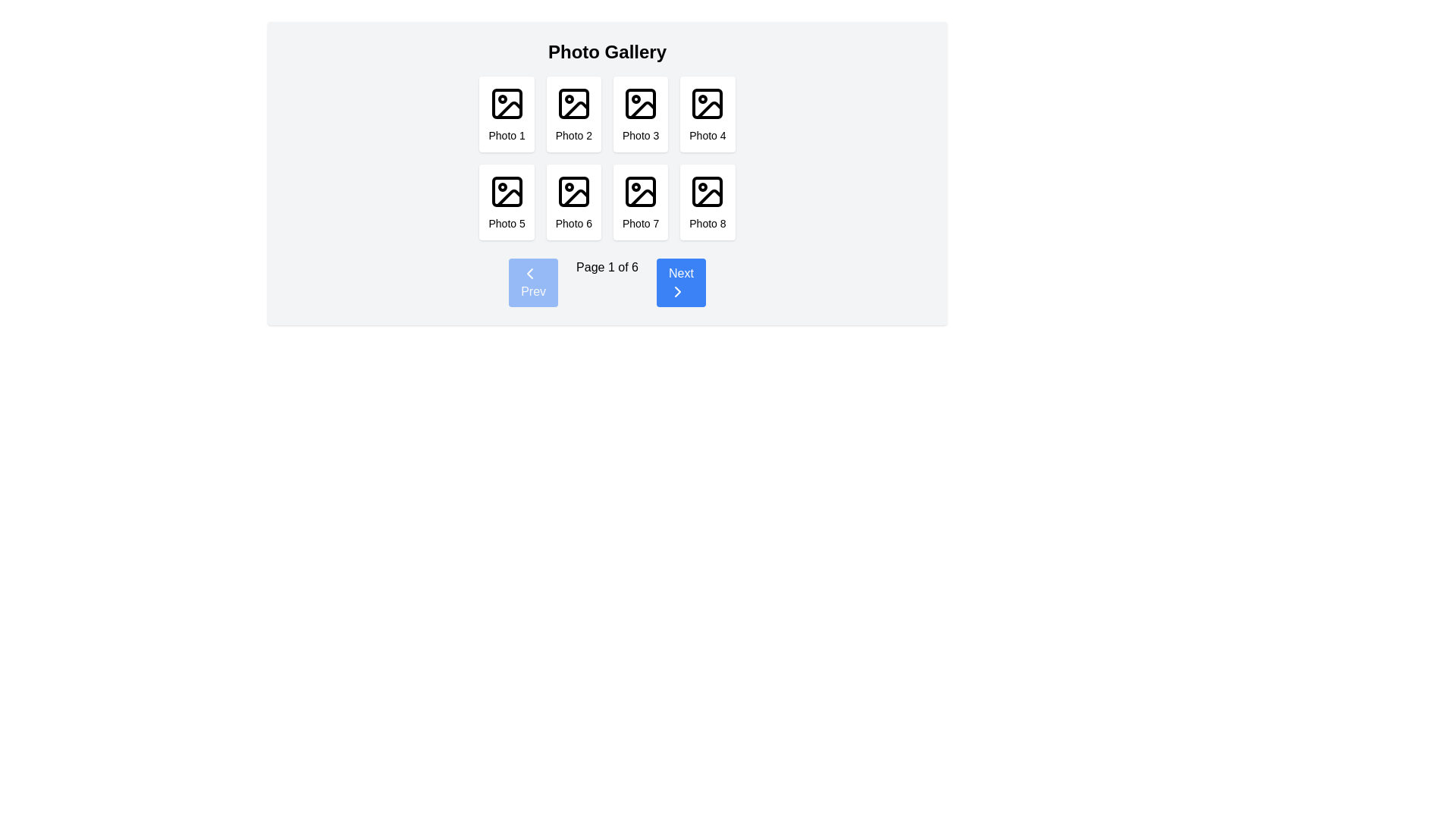 Image resolution: width=1456 pixels, height=819 pixels. Describe the element at coordinates (607, 172) in the screenshot. I see `a photo card in the photo gallery interface` at that location.